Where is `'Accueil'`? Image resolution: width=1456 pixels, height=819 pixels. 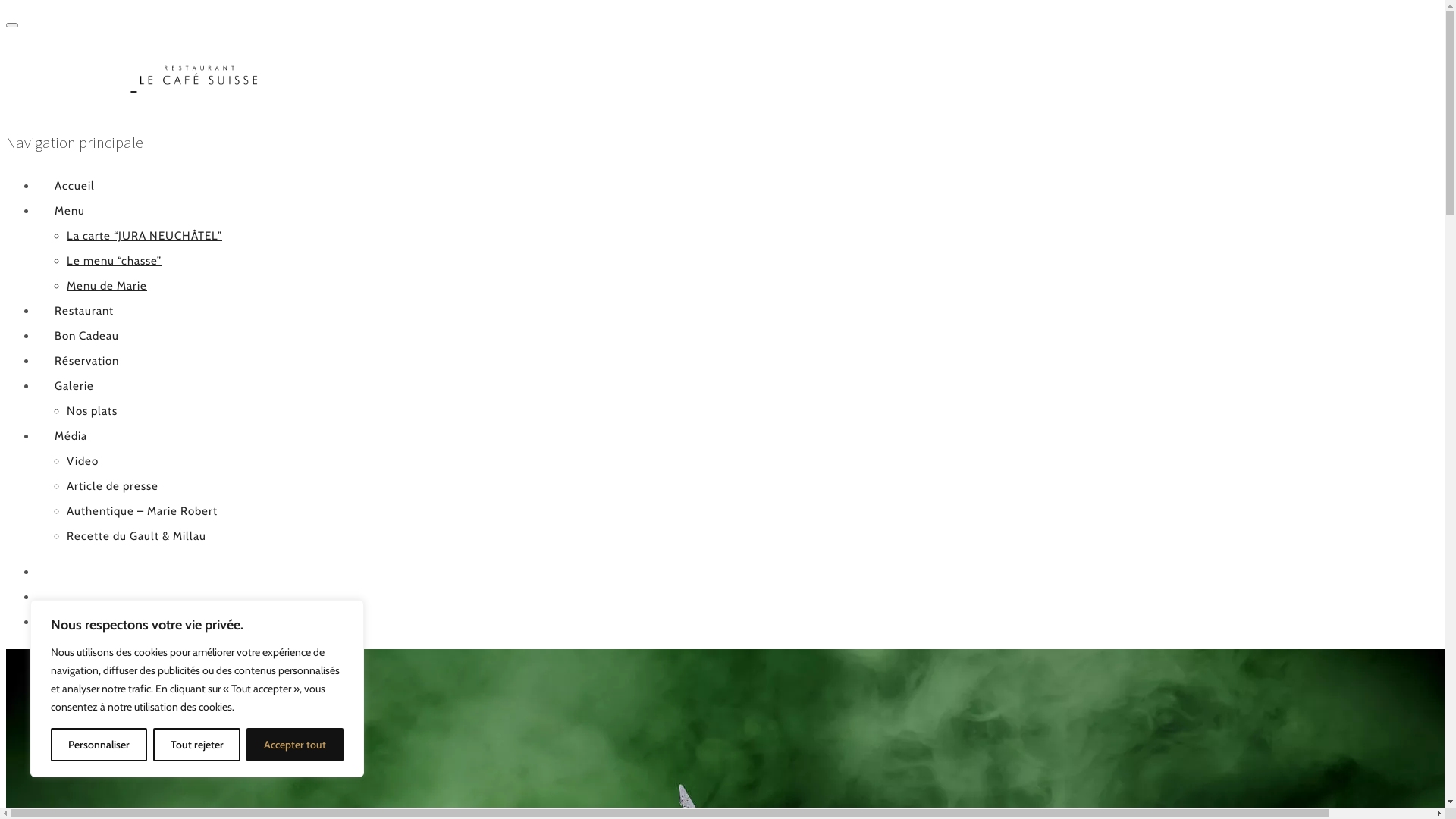 'Accueil' is located at coordinates (36, 185).